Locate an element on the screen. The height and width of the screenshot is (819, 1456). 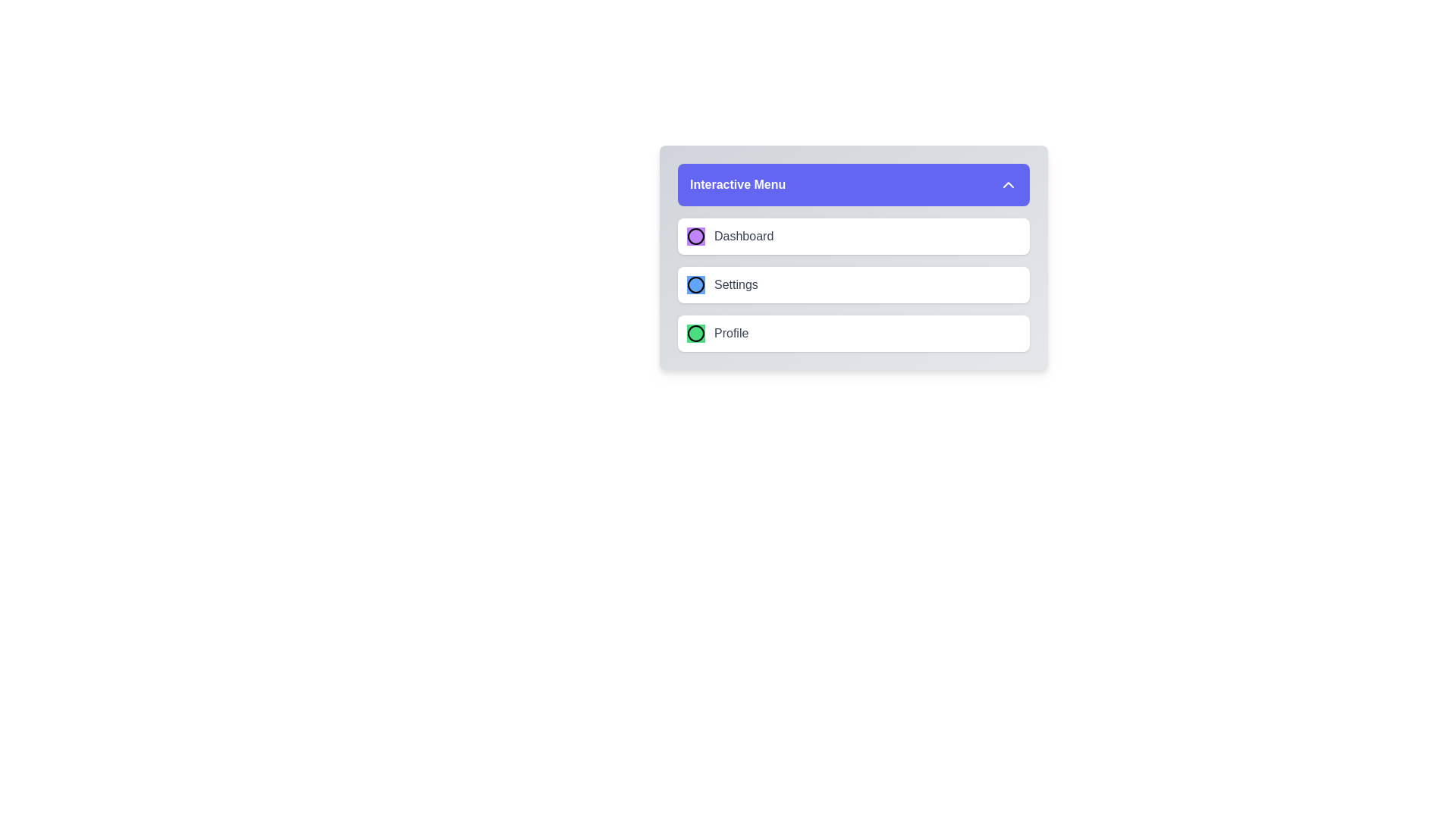
the menu item Profile is located at coordinates (854, 332).